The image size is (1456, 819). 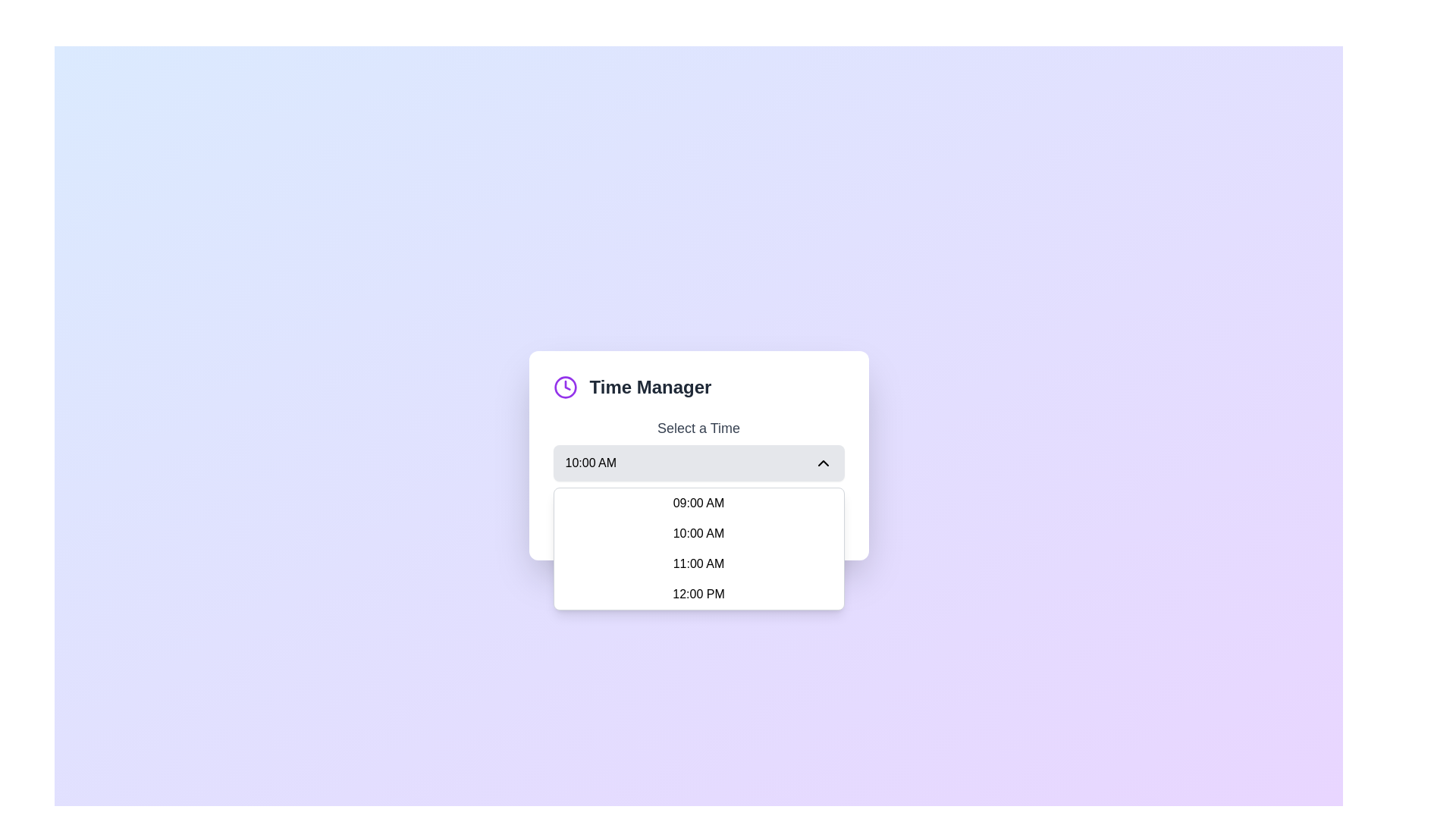 What do you see at coordinates (564, 386) in the screenshot?
I see `the circular border of the clock icon with a purple border located in the top left of the dialog box next to the 'Time Manager' title` at bounding box center [564, 386].